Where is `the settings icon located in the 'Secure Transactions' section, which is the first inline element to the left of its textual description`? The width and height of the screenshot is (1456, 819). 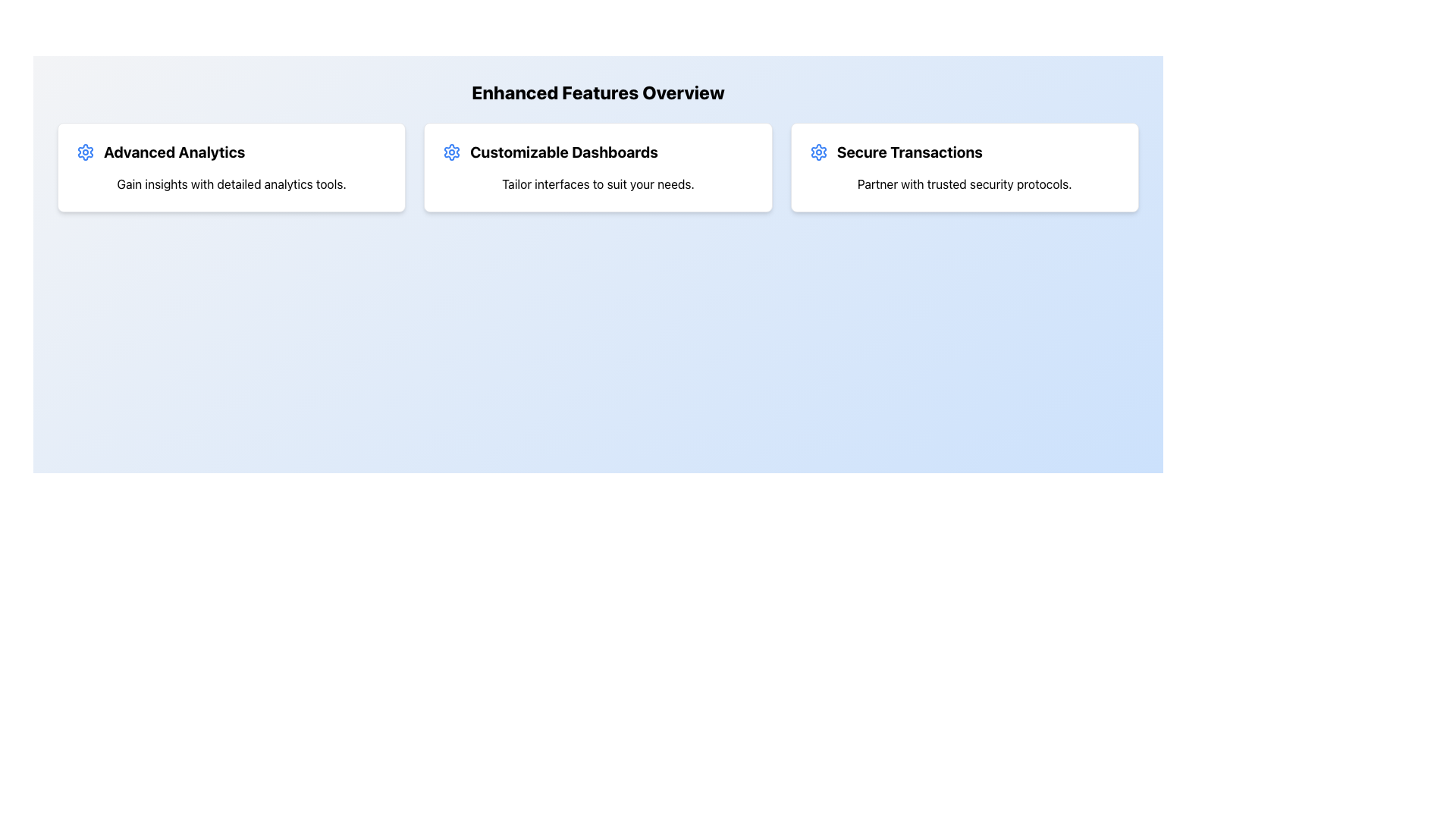 the settings icon located in the 'Secure Transactions' section, which is the first inline element to the left of its textual description is located at coordinates (817, 152).